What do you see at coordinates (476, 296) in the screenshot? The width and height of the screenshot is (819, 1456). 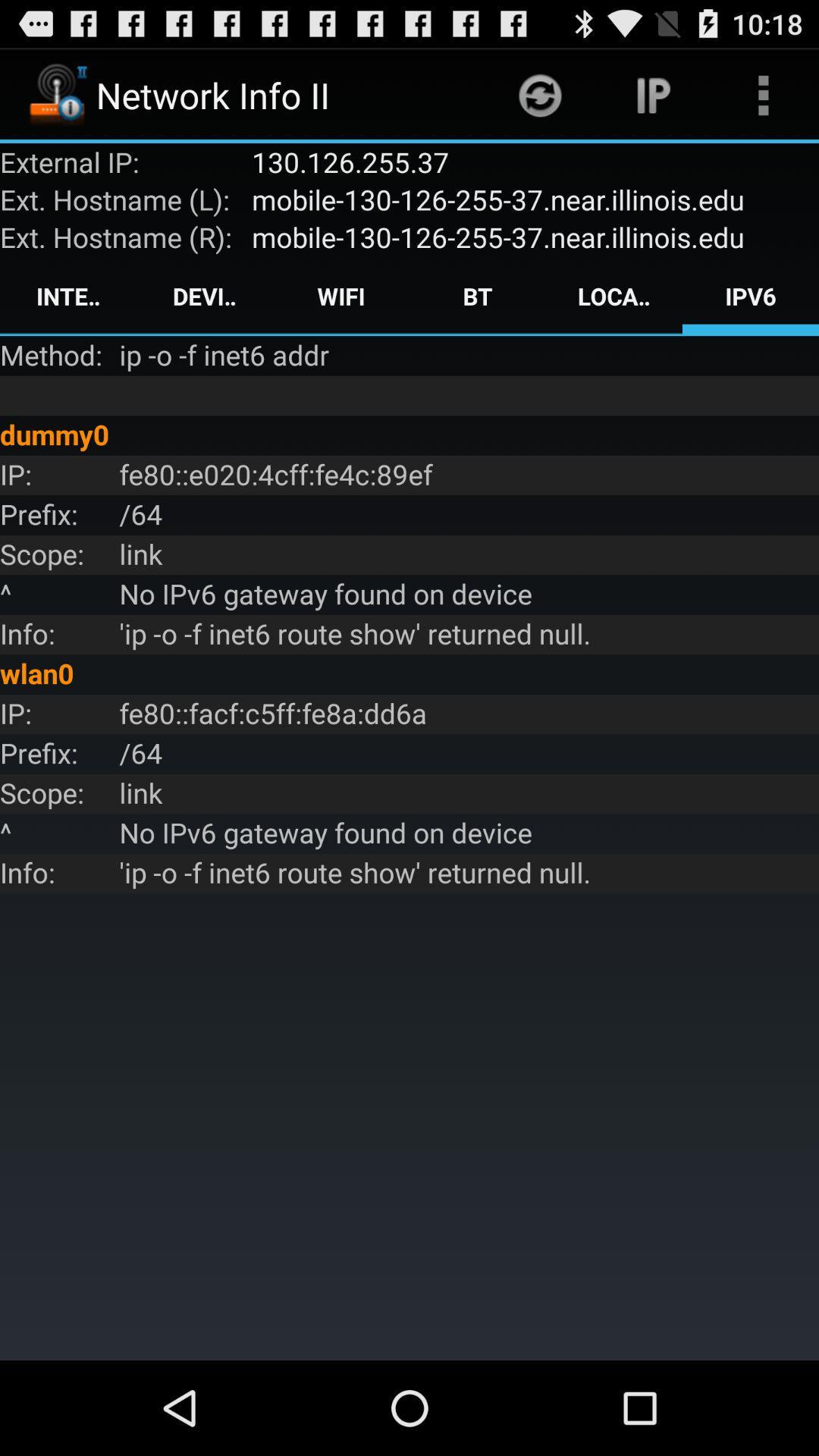 I see `the bt icon` at bounding box center [476, 296].